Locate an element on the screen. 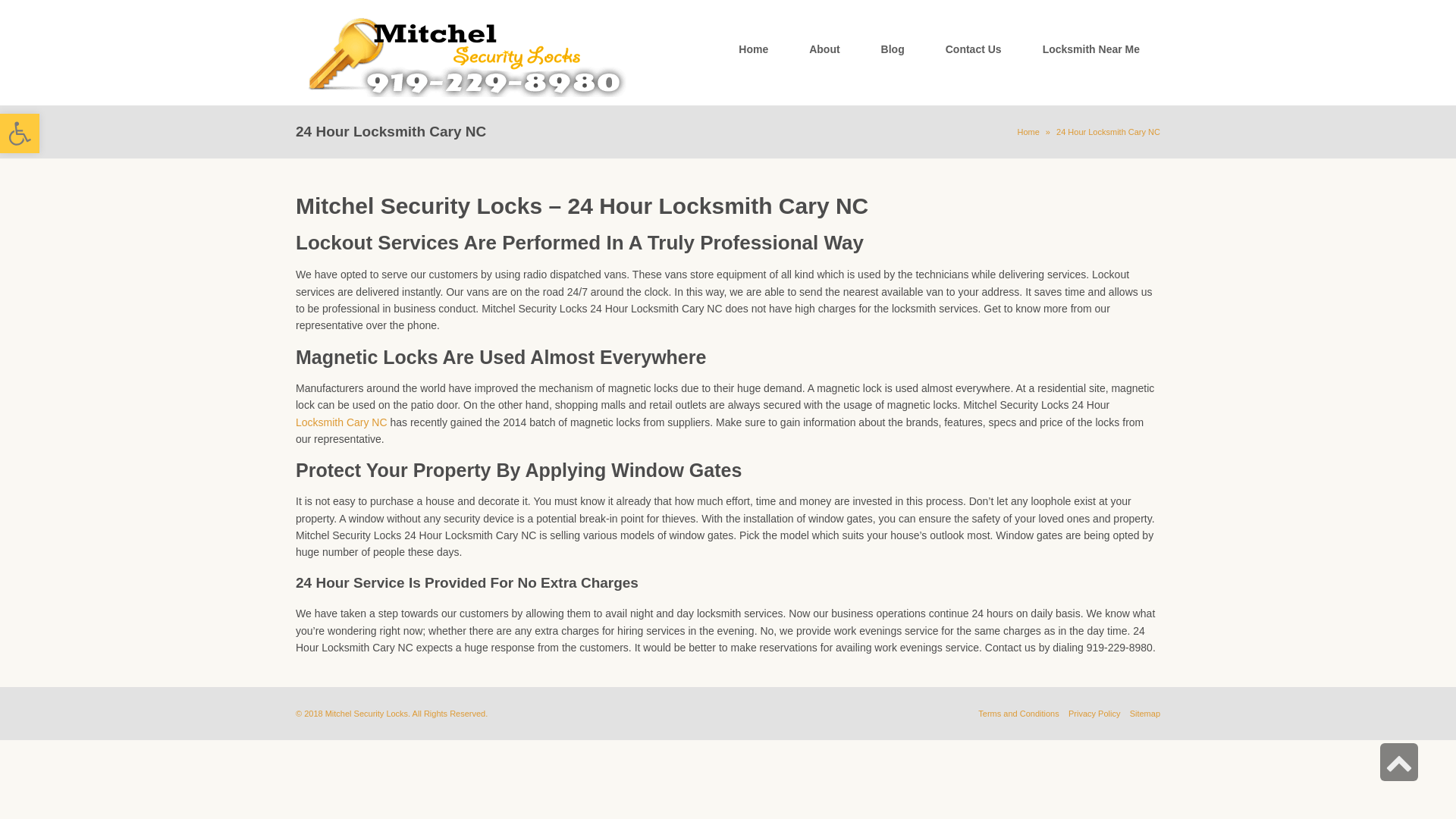  'Terms and Conditions' is located at coordinates (1018, 714).